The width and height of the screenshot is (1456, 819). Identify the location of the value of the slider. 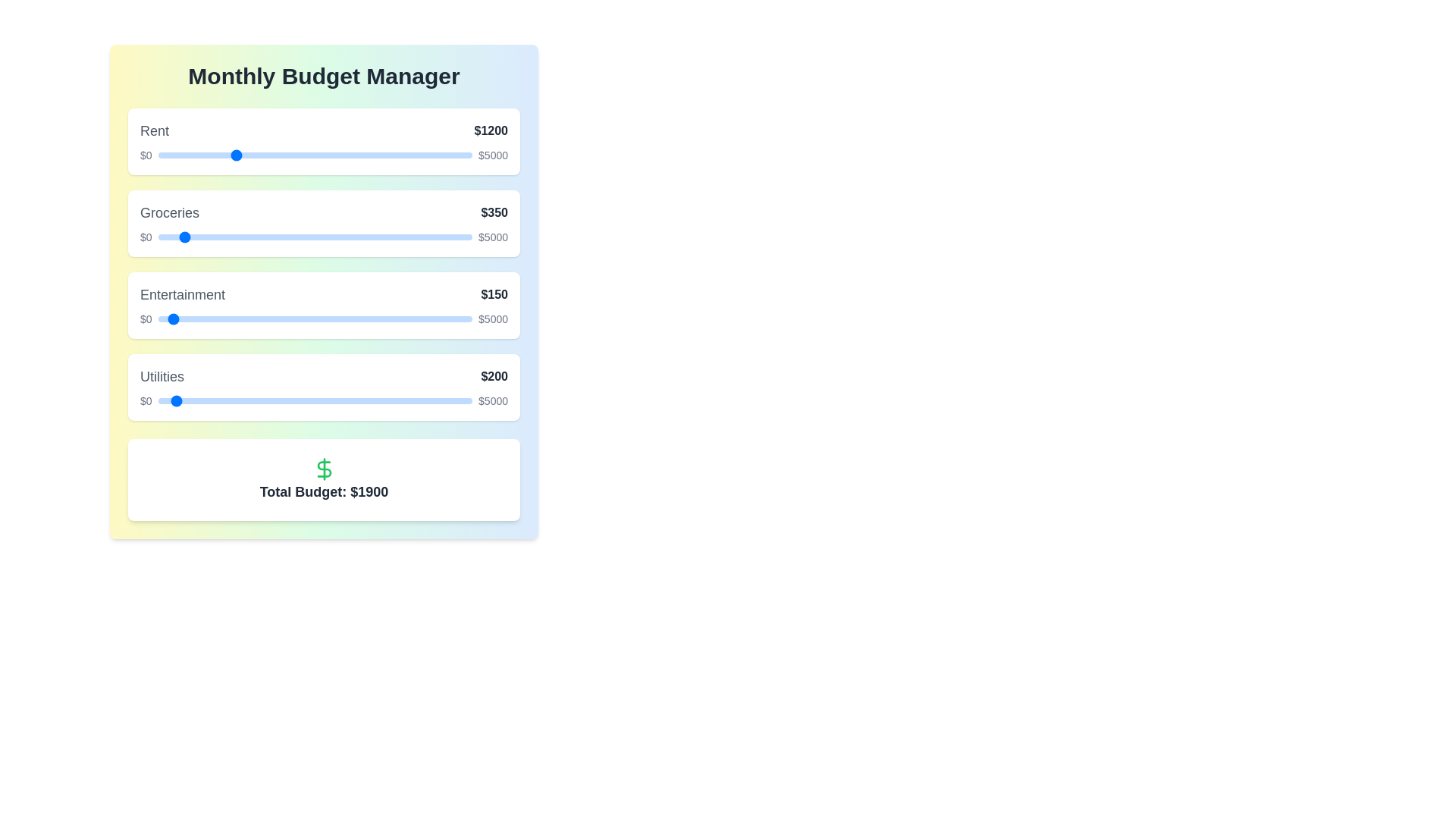
(344, 318).